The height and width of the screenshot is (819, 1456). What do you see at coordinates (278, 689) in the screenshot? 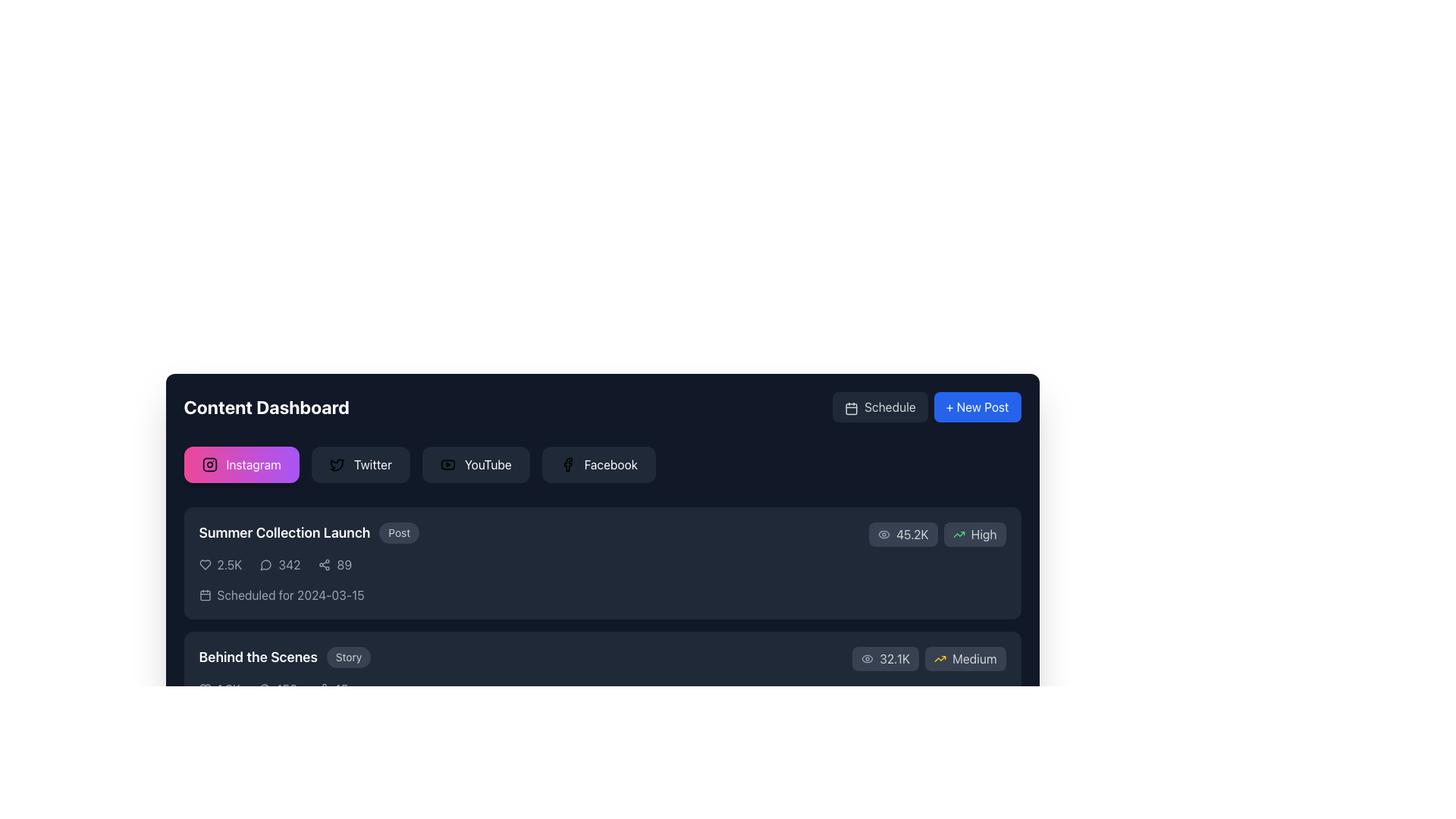
I see `the text label displaying the number '156' in gray color, which is located beneath the 'Behind the Scenes' heading and is the second element in a horizontal list` at bounding box center [278, 689].